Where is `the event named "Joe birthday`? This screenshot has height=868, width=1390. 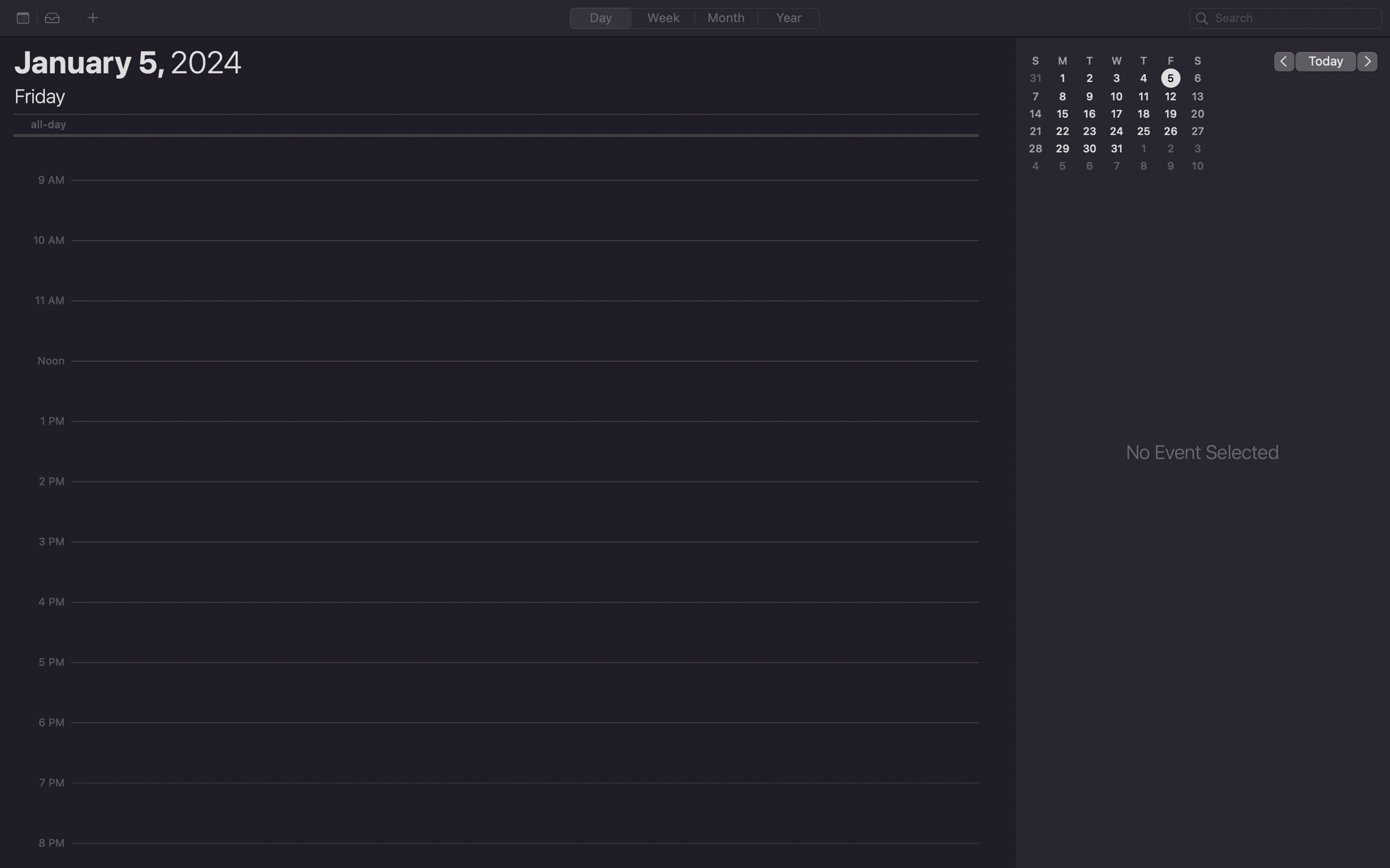
the event named "Joe birthday is located at coordinates (1285, 18).